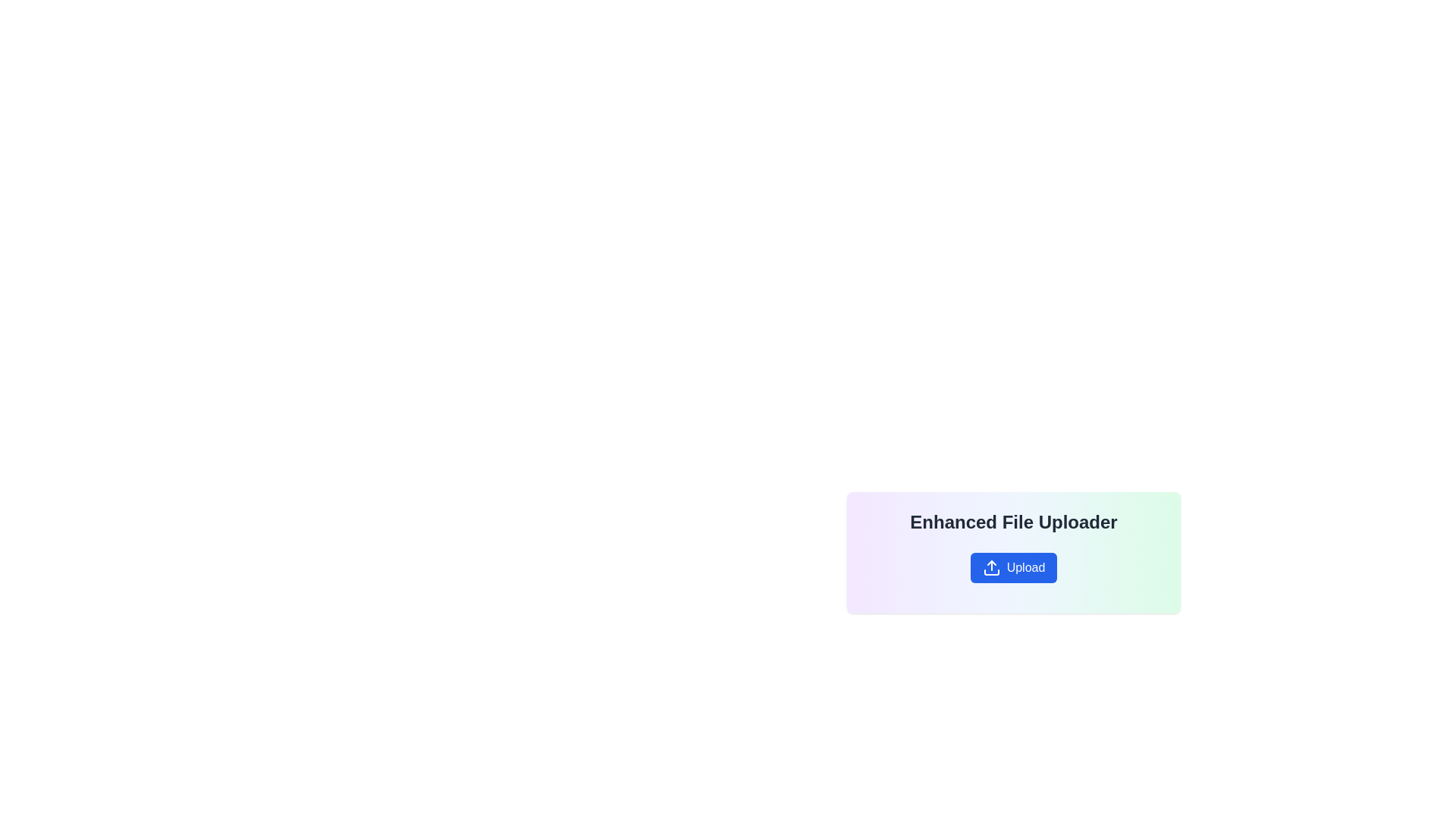 The image size is (1456, 819). Describe the element at coordinates (1014, 553) in the screenshot. I see `the upload button located below the 'Enhanced File Uploader' text within the gradient box to initiate the file upload action` at that location.